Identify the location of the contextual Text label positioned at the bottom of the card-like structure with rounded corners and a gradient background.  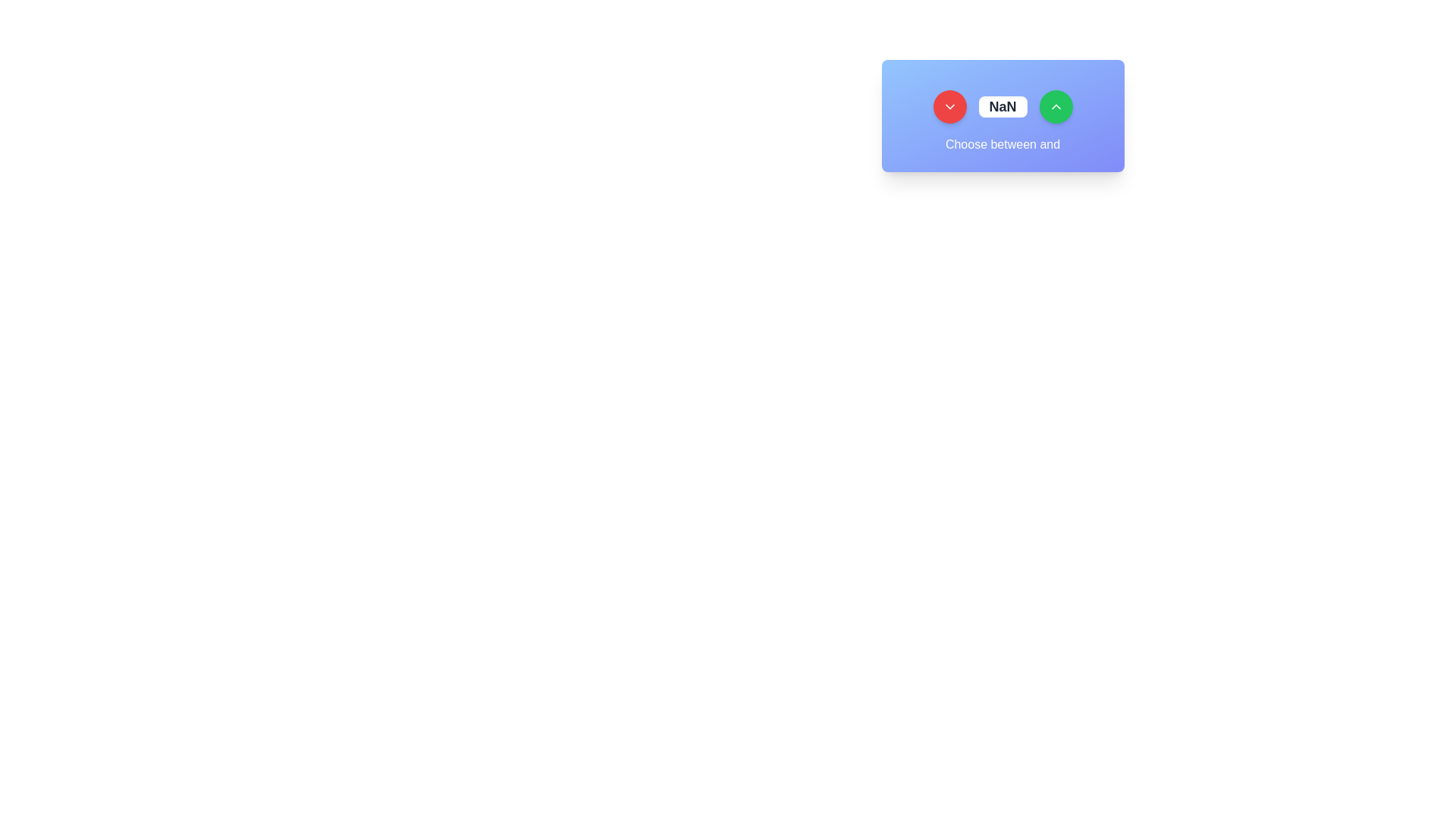
(1003, 145).